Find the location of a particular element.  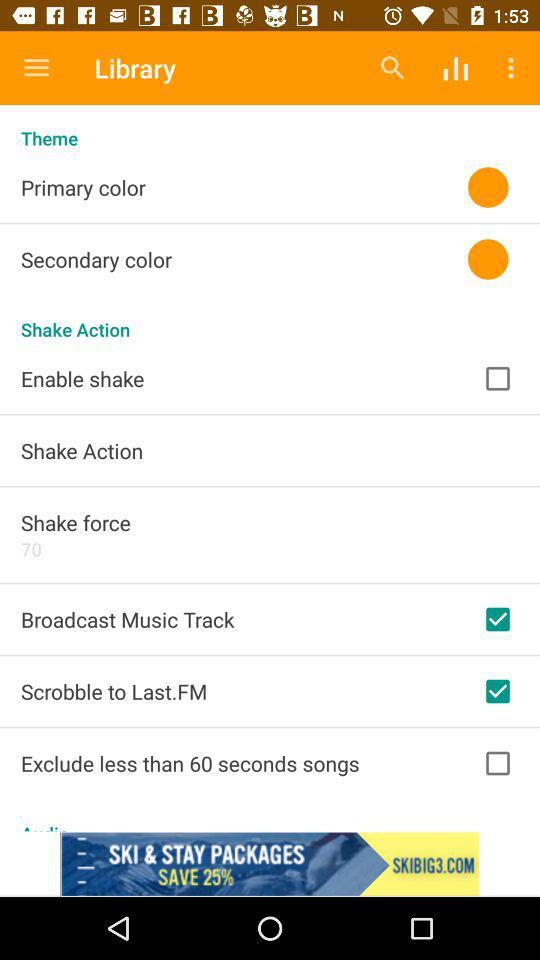

search icon which is in the orange background is located at coordinates (393, 68).